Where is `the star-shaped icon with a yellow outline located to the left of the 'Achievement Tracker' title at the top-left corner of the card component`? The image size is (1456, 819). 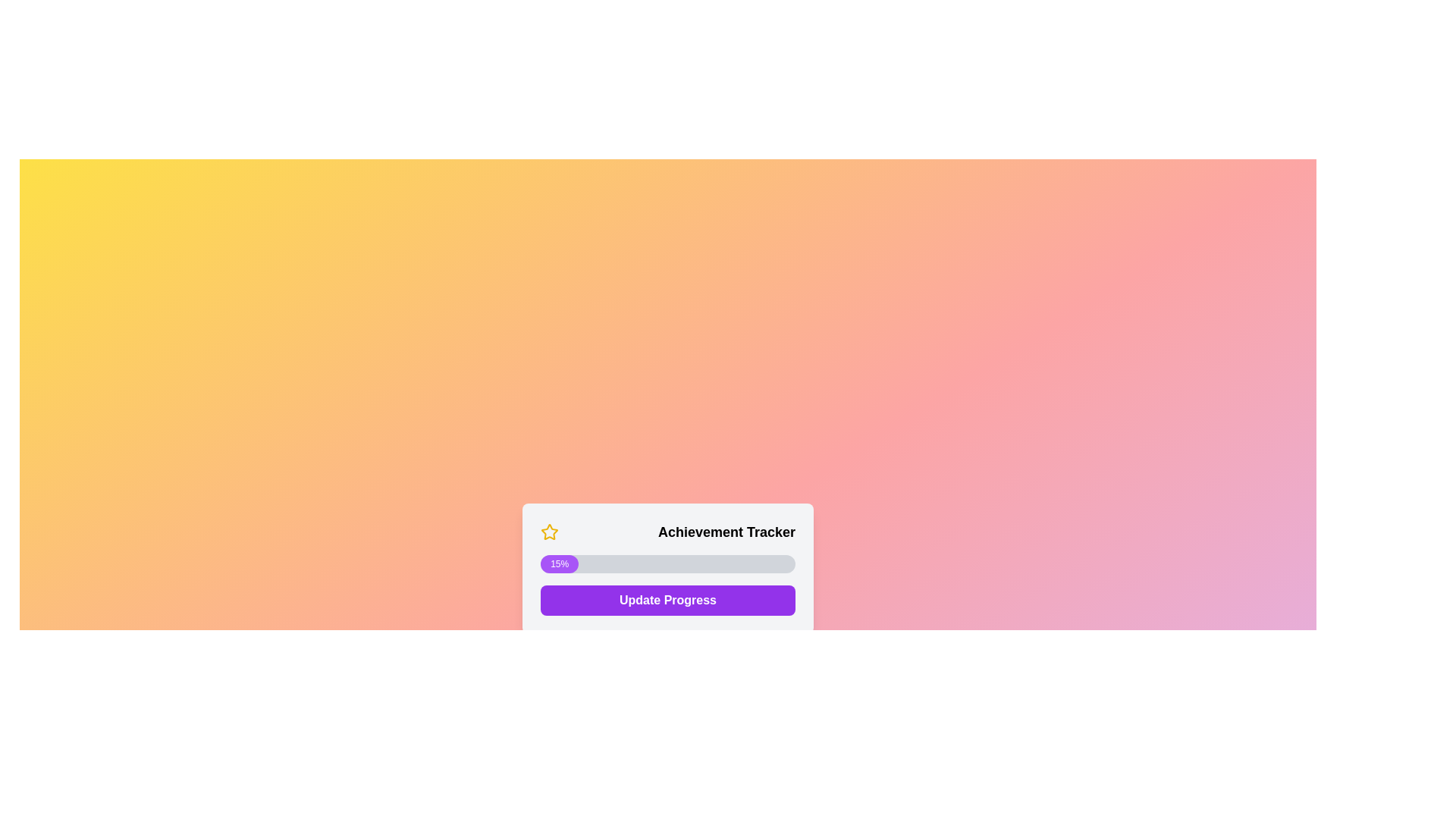 the star-shaped icon with a yellow outline located to the left of the 'Achievement Tracker' title at the top-left corner of the card component is located at coordinates (548, 531).